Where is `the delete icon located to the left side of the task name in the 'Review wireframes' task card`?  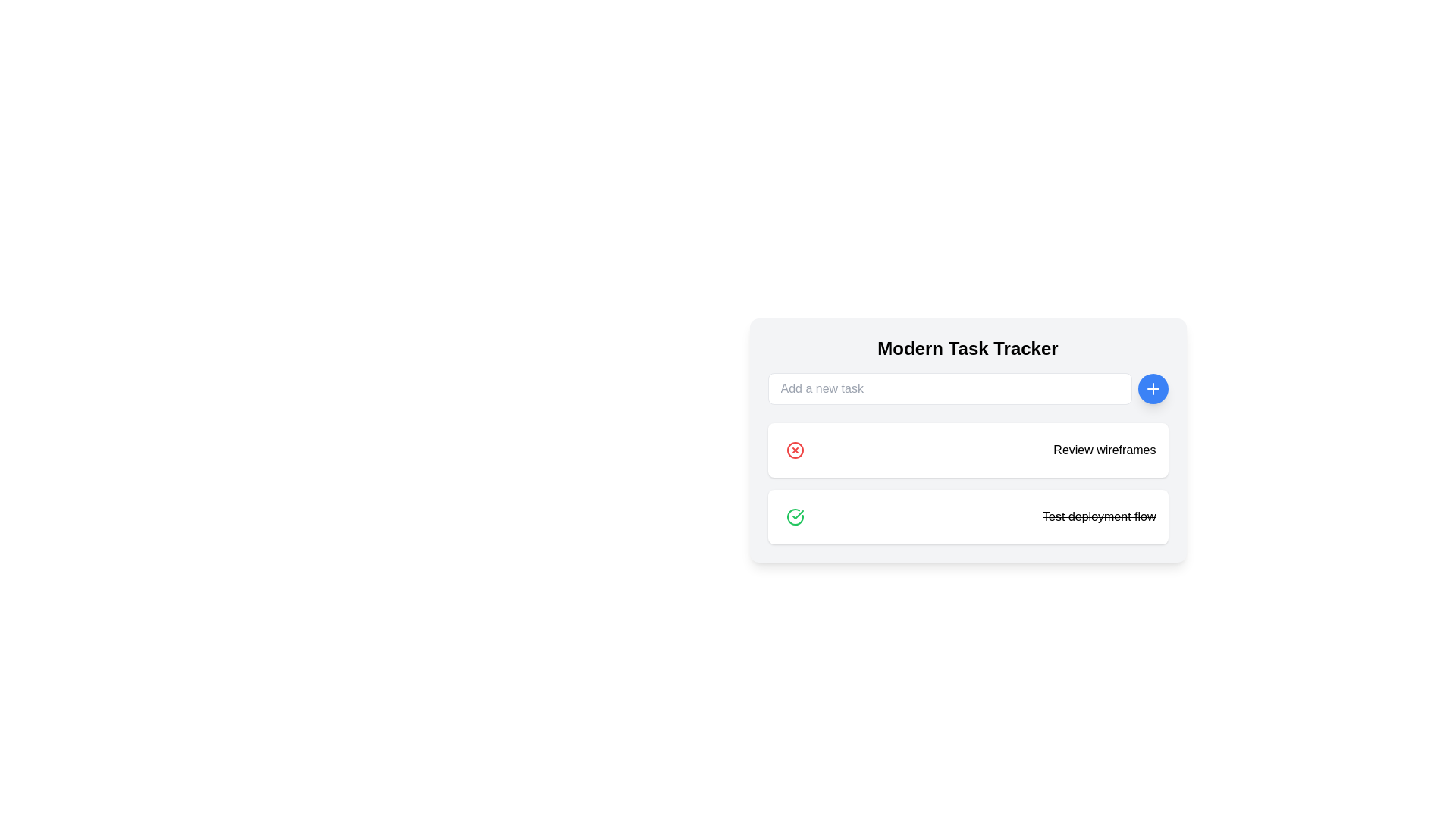
the delete icon located to the left side of the task name in the 'Review wireframes' task card is located at coordinates (794, 450).